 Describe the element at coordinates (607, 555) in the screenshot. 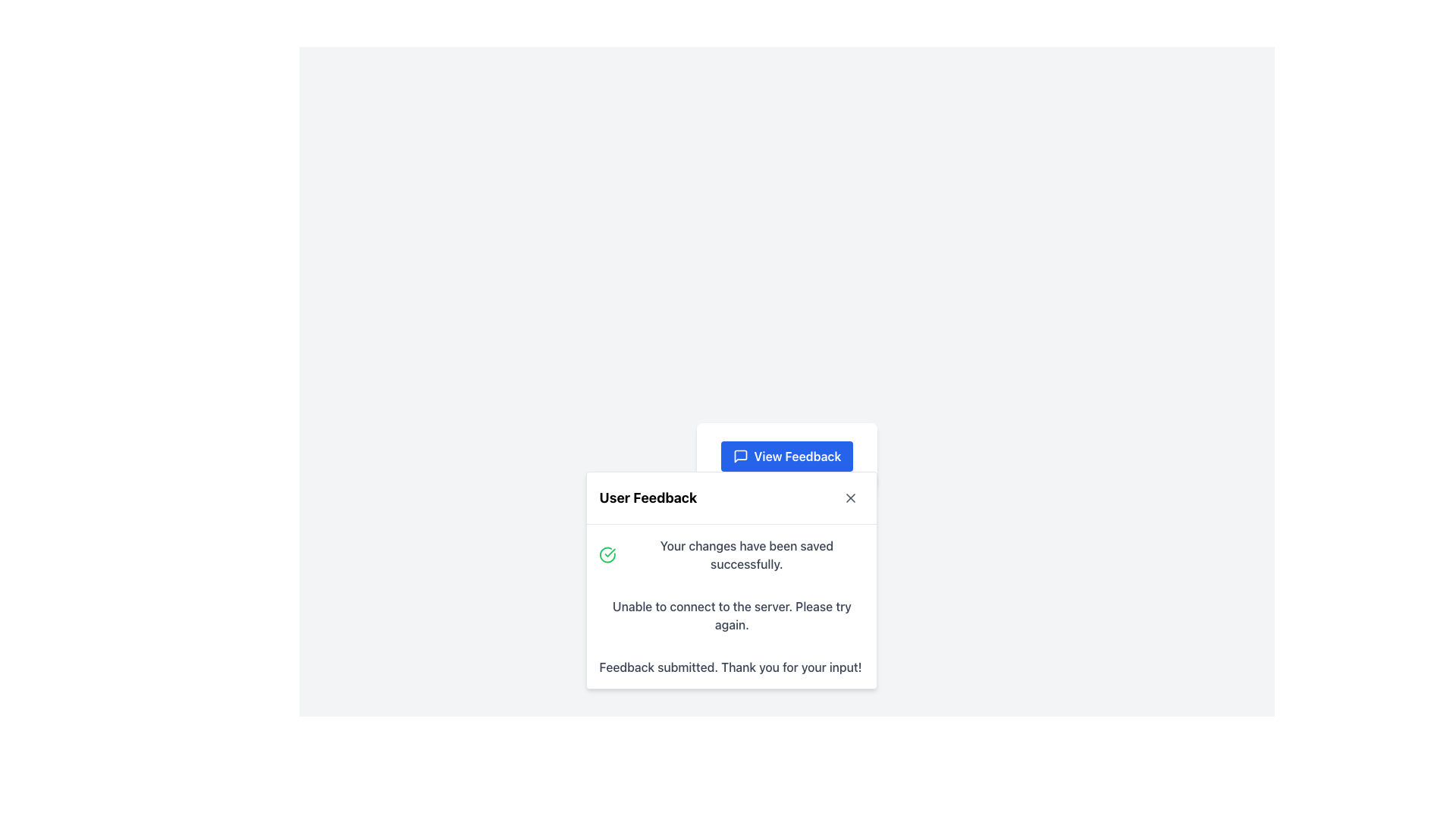

I see `the circular icon with a green checkmark inside it, which is located in the feedback popup to the left of the text stating 'Your changes have been saved successfully.'` at that location.